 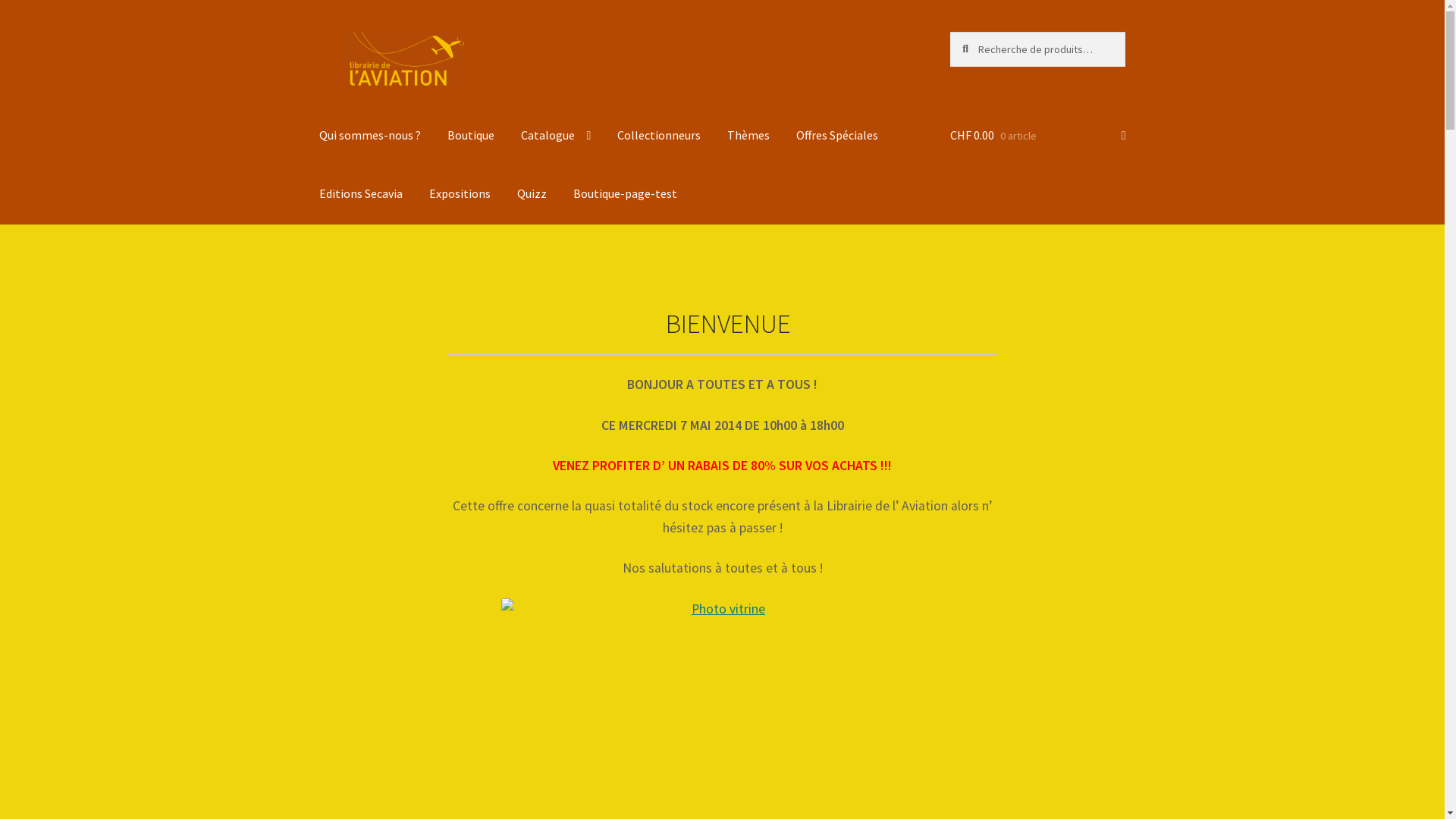 I want to click on 'Boutique-page-test', so click(x=625, y=193).